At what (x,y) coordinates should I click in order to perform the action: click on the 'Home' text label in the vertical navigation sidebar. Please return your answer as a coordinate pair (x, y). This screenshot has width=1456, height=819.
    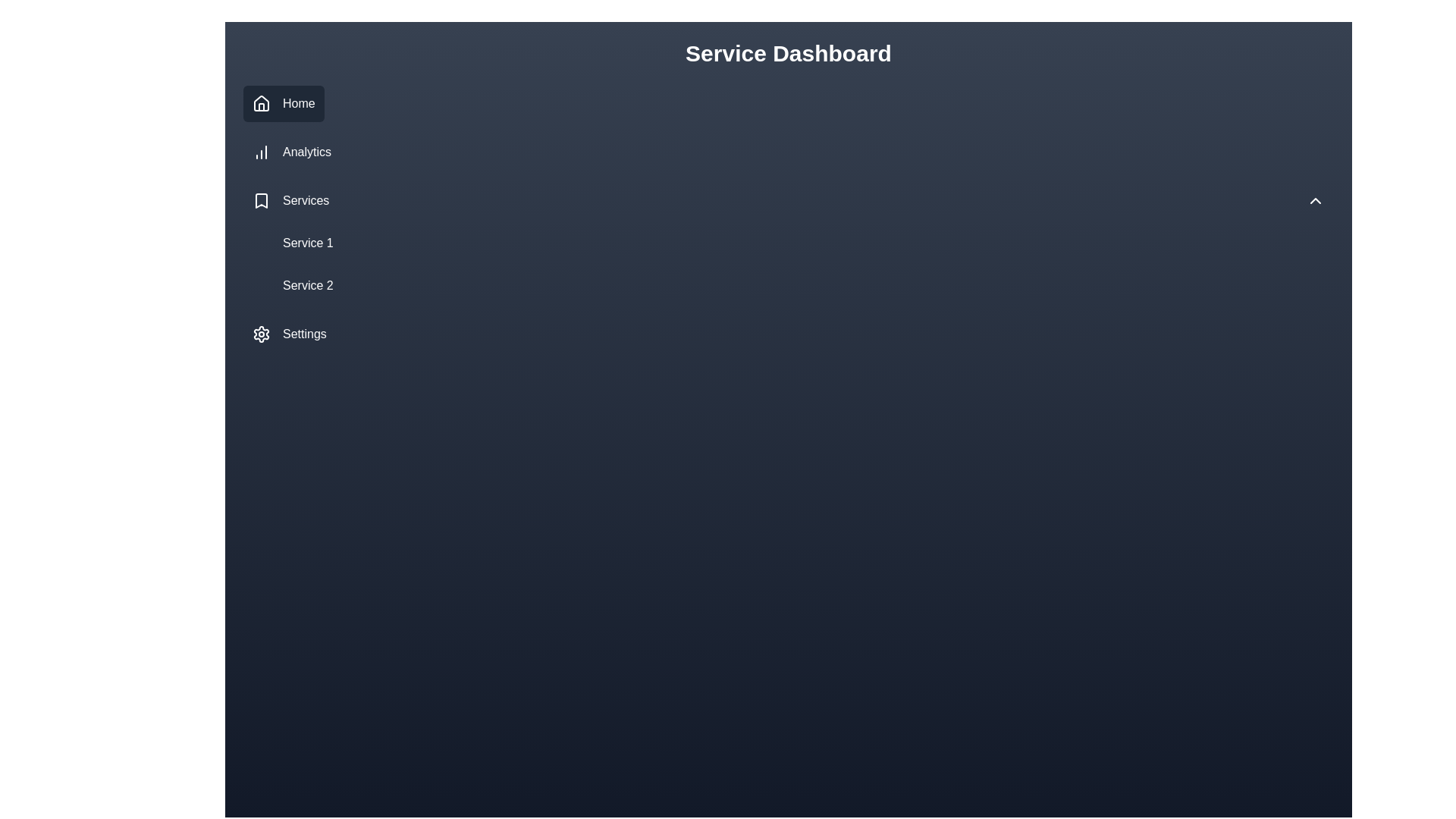
    Looking at the image, I should click on (299, 103).